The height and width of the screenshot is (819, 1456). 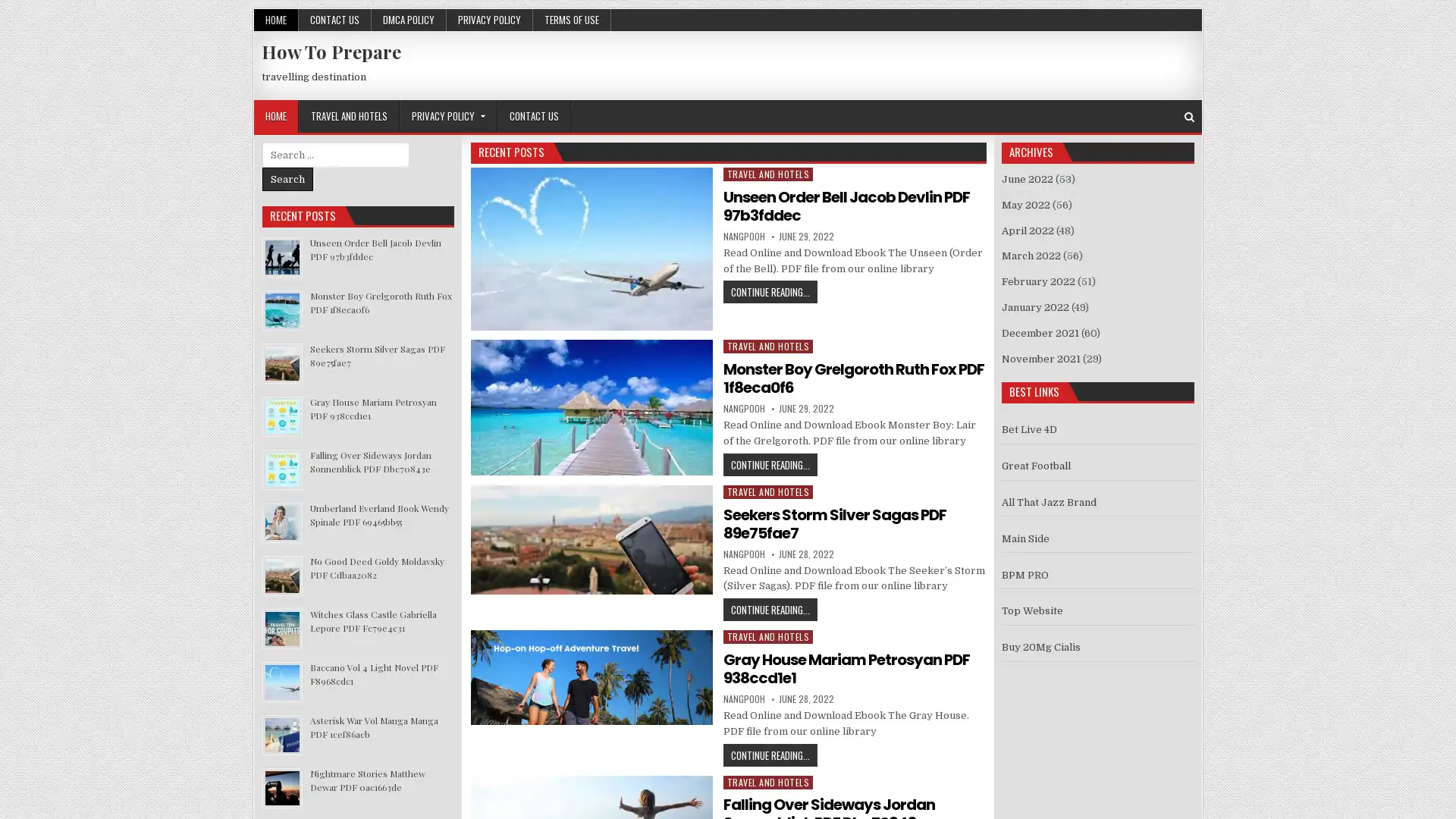 What do you see at coordinates (287, 178) in the screenshot?
I see `Search` at bounding box center [287, 178].